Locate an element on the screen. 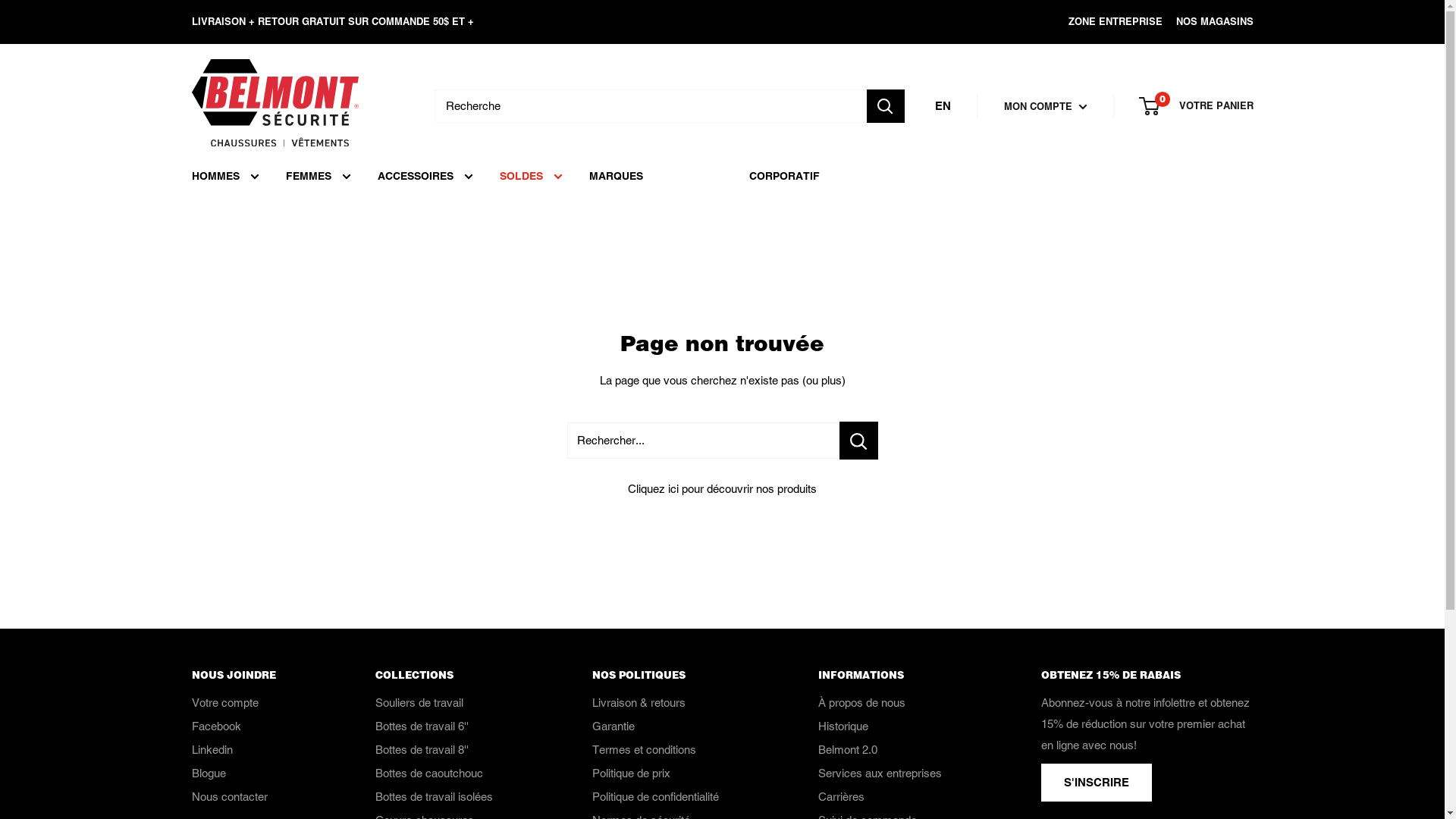  'NOUS JOINDRE' is located at coordinates (256, 674).